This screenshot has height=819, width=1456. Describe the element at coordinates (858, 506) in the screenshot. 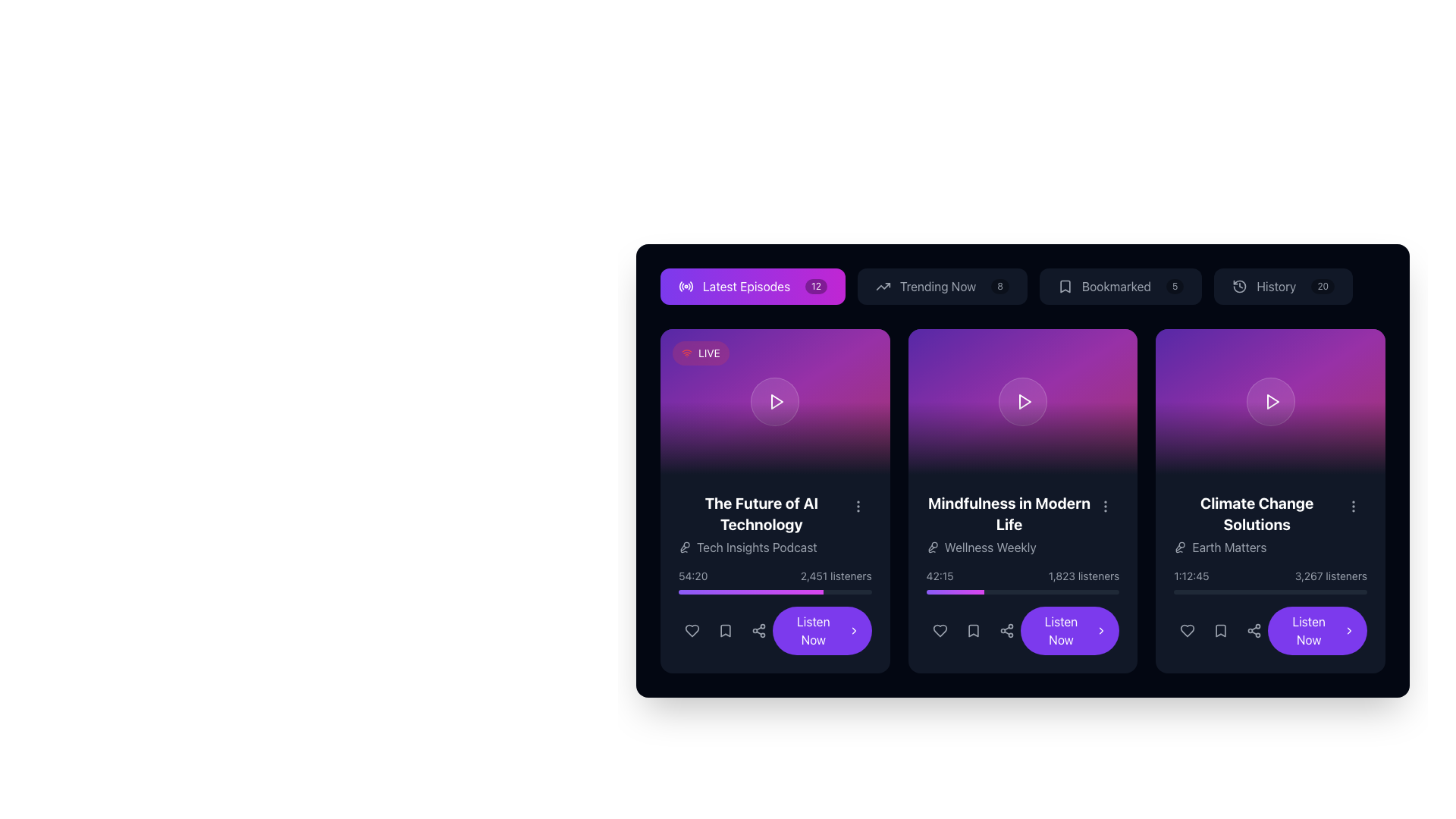

I see `the menu button located at the top-right of the card titled 'The Future of AI Technology'` at that location.